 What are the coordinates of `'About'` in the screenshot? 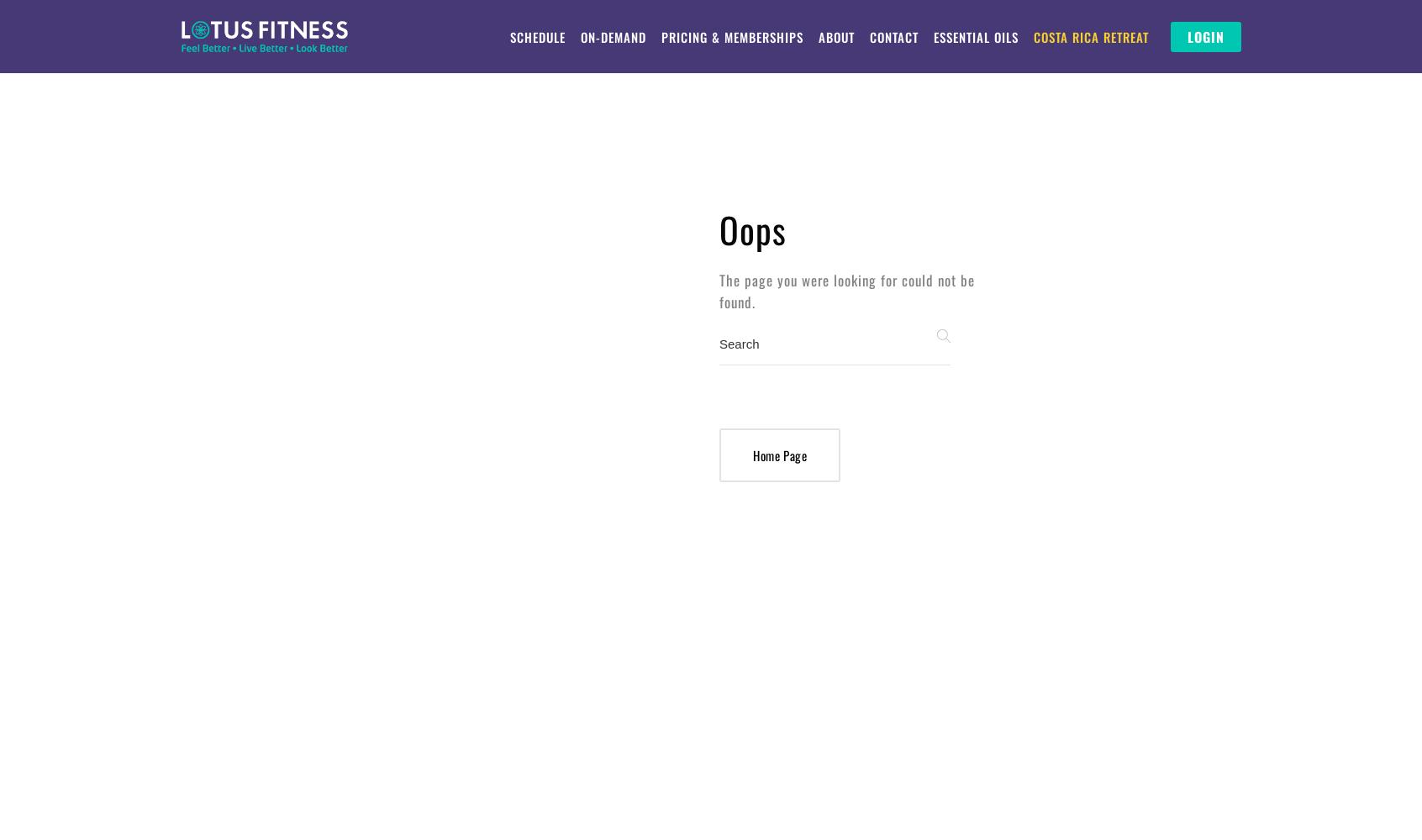 It's located at (835, 37).